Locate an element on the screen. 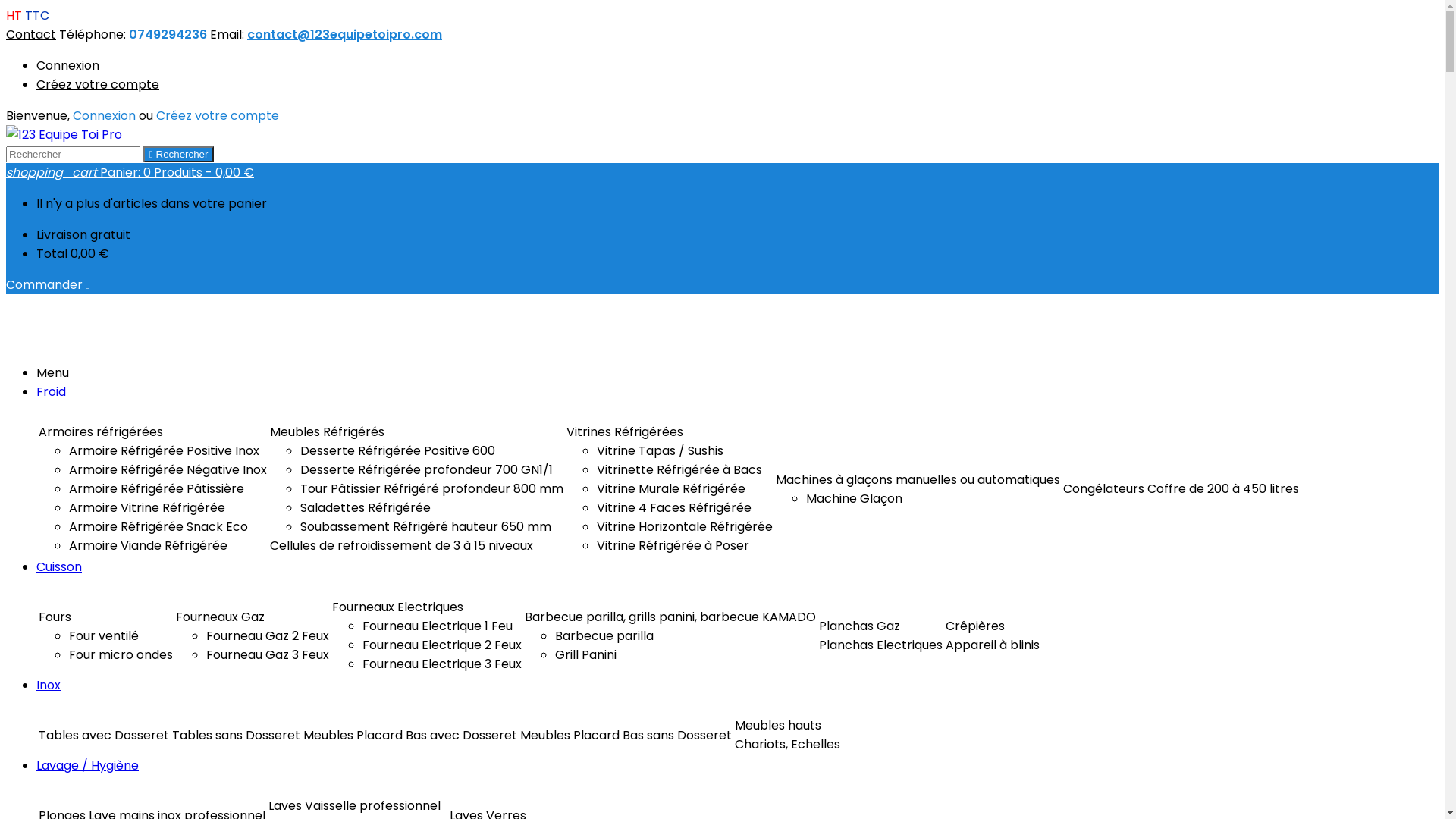  'Connexion' is located at coordinates (103, 115).